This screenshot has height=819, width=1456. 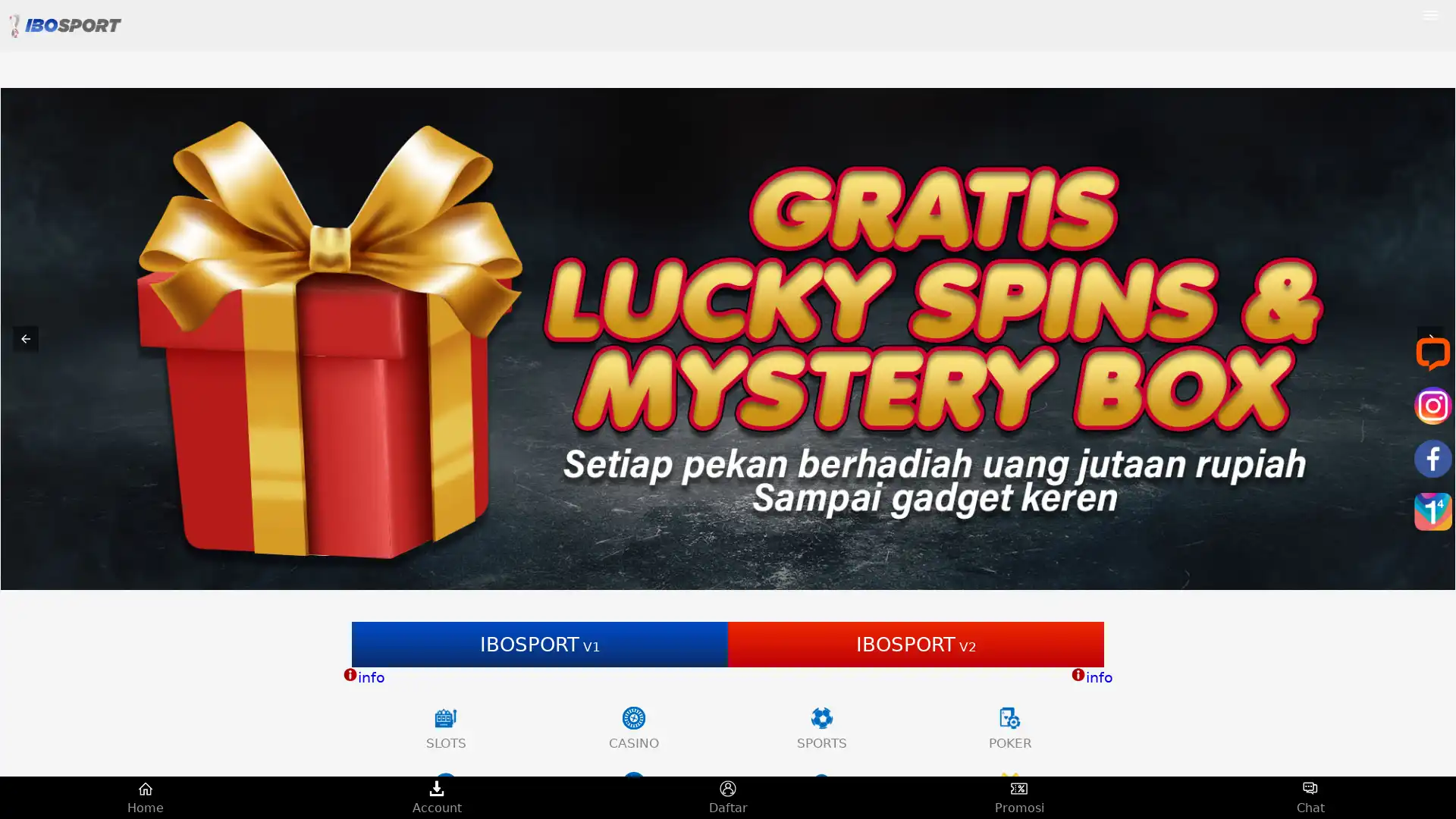 What do you see at coordinates (25, 338) in the screenshot?
I see `Previous item in carousel (3 of 5)` at bounding box center [25, 338].